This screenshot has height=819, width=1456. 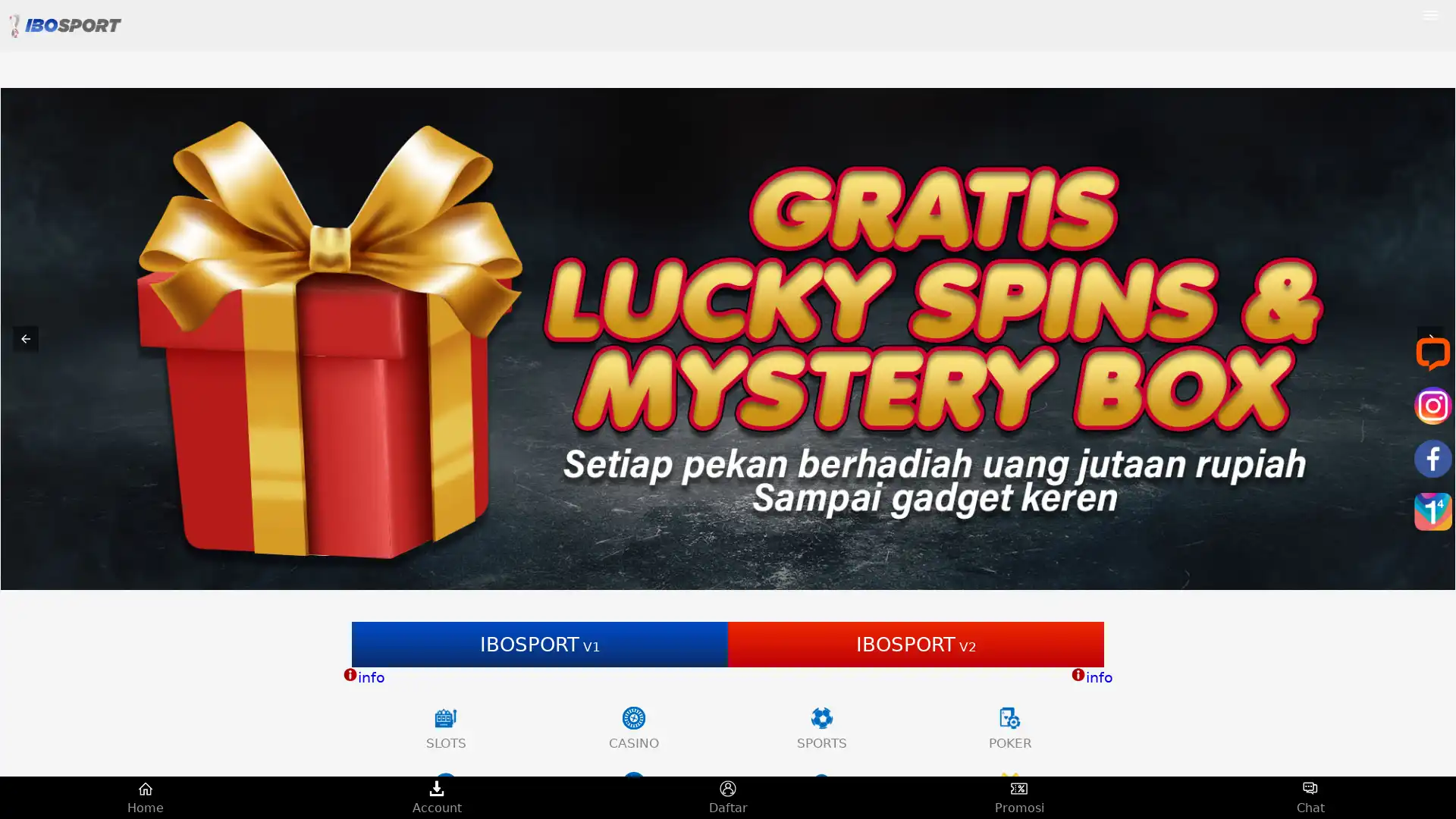 What do you see at coordinates (25, 338) in the screenshot?
I see `Previous item in carousel (3 of 5)` at bounding box center [25, 338].